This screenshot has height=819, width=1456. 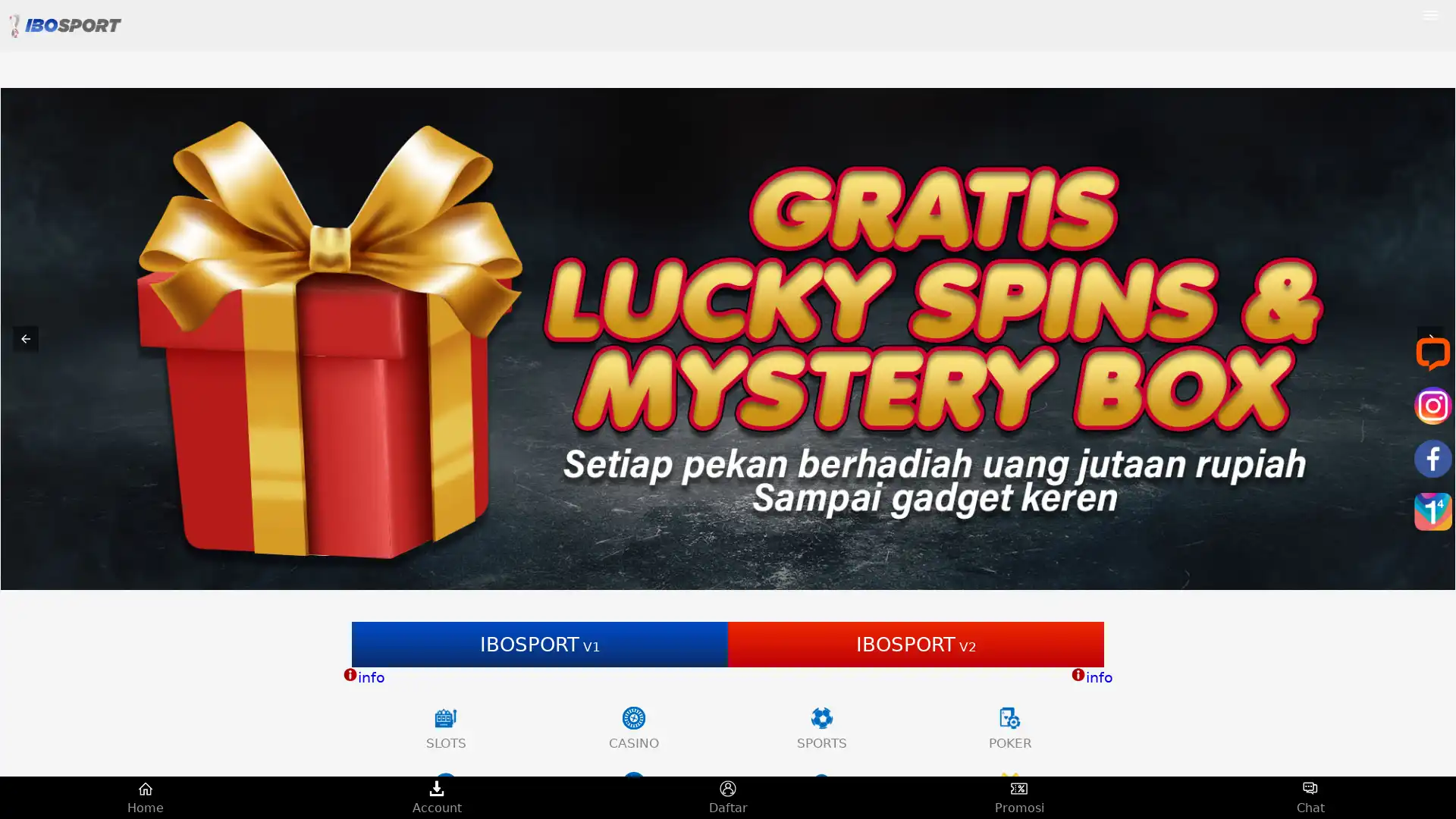 What do you see at coordinates (25, 338) in the screenshot?
I see `Previous item in carousel (3 of 5)` at bounding box center [25, 338].